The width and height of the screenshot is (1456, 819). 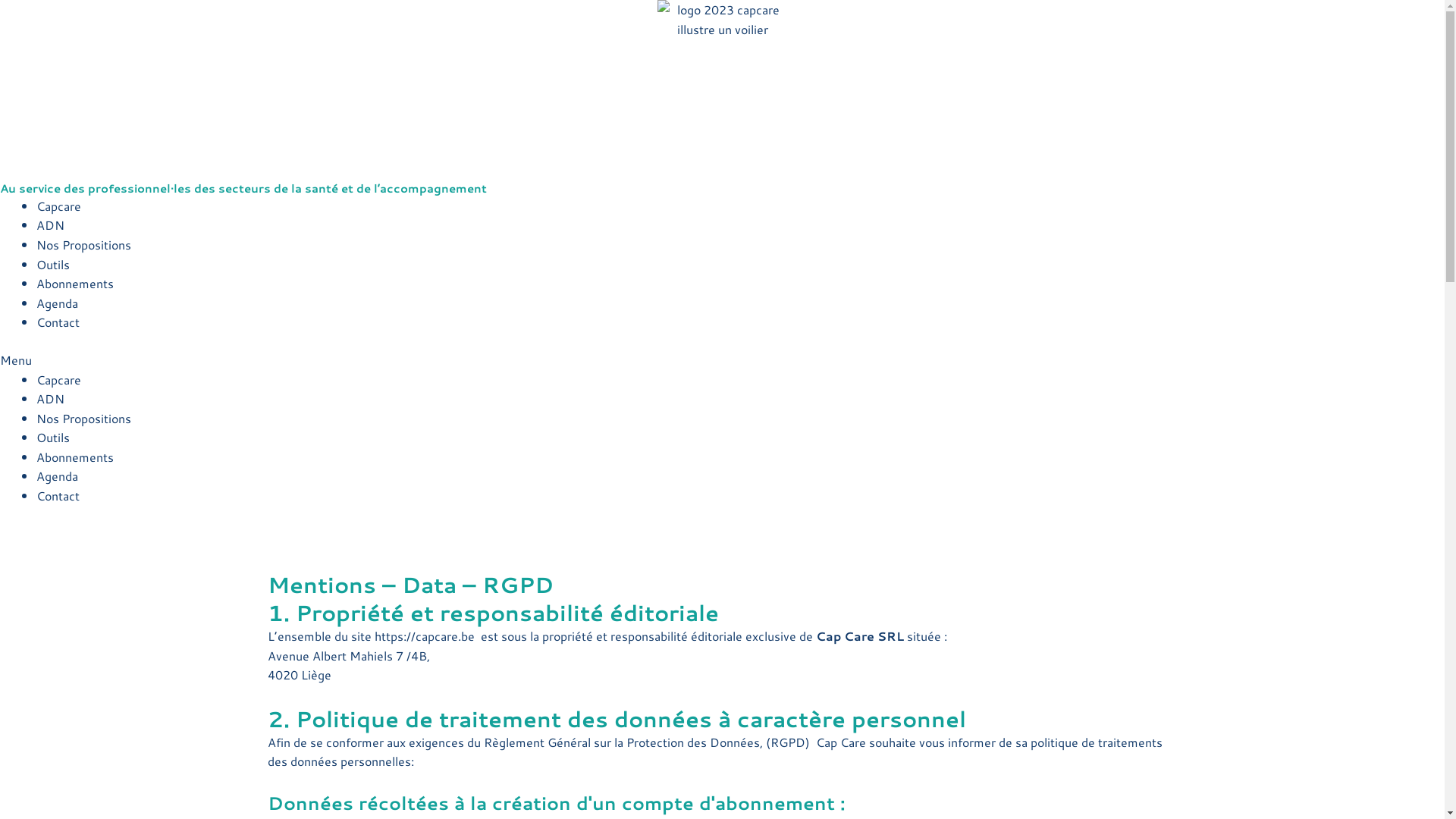 I want to click on 'ADN', so click(x=50, y=397).